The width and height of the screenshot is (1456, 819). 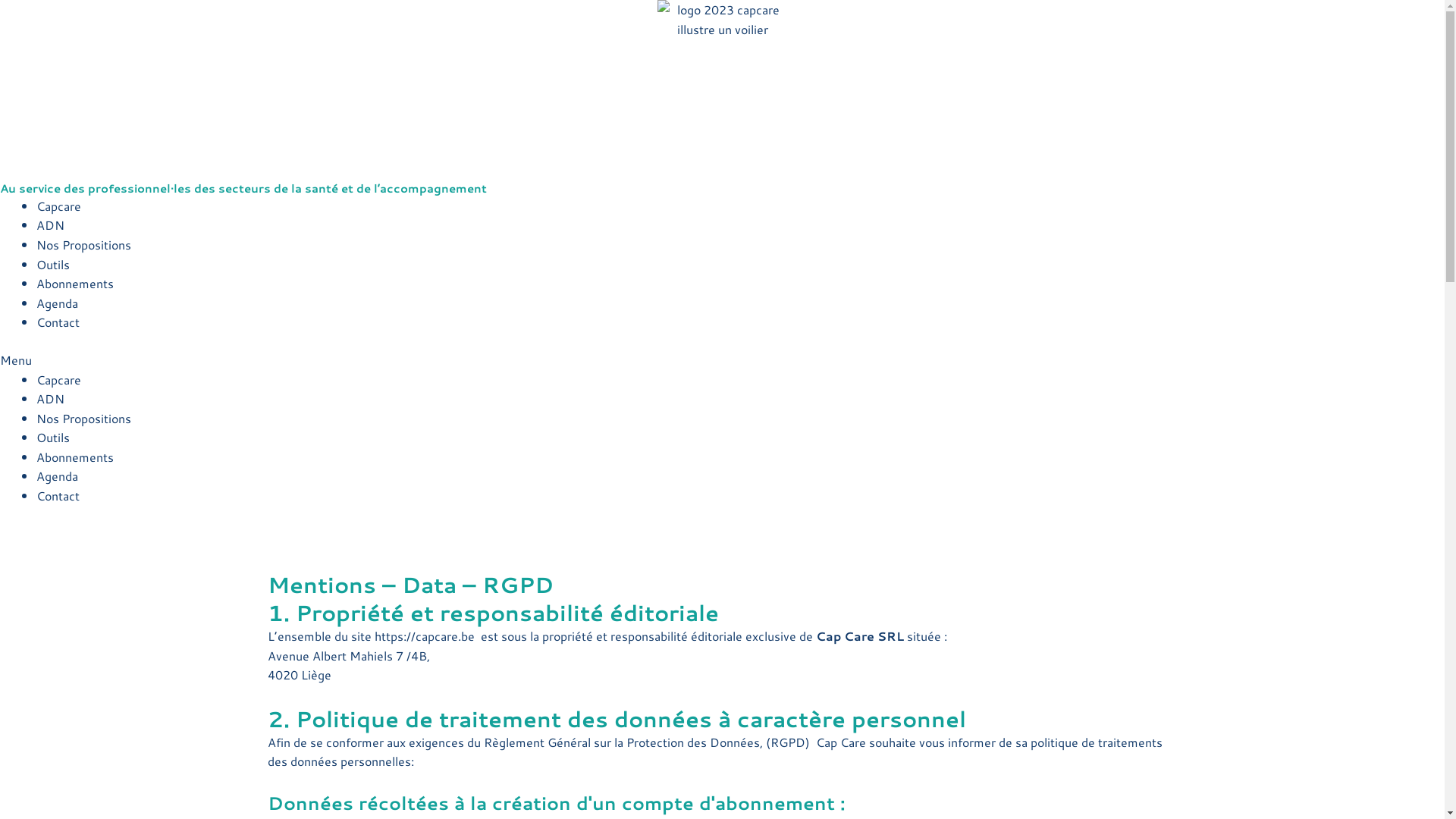 I want to click on 'ADN', so click(x=50, y=397).